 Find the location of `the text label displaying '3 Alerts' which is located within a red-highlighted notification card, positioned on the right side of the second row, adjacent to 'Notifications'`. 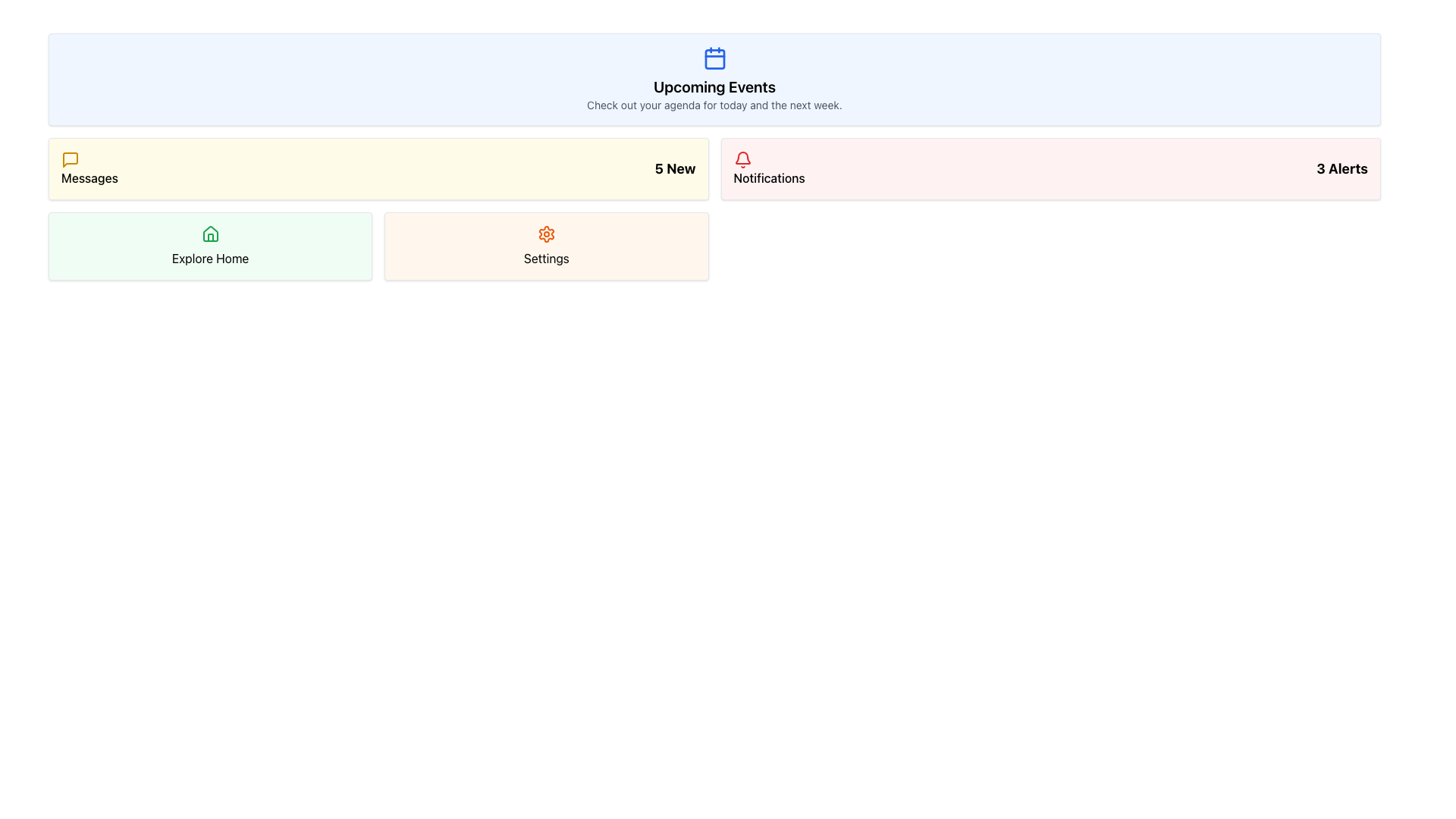

the text label displaying '3 Alerts' which is located within a red-highlighted notification card, positioned on the right side of the second row, adjacent to 'Notifications' is located at coordinates (1342, 169).